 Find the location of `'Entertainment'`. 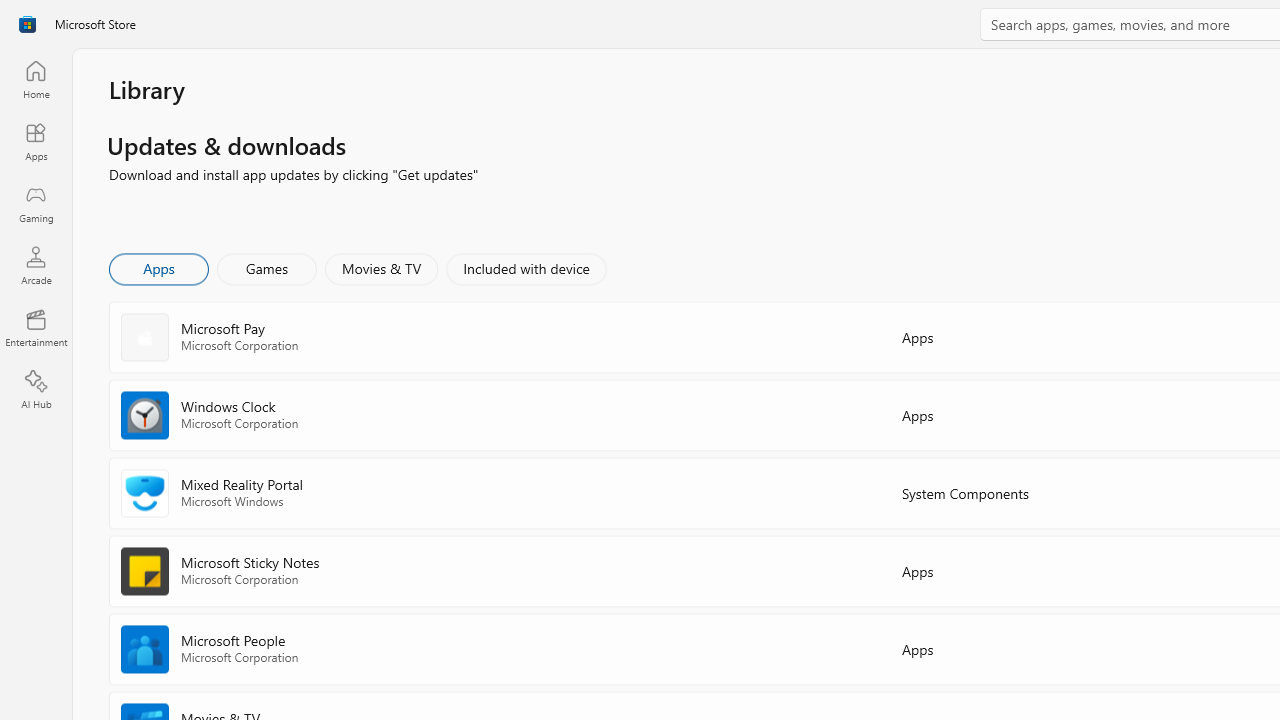

'Entertainment' is located at coordinates (35, 326).